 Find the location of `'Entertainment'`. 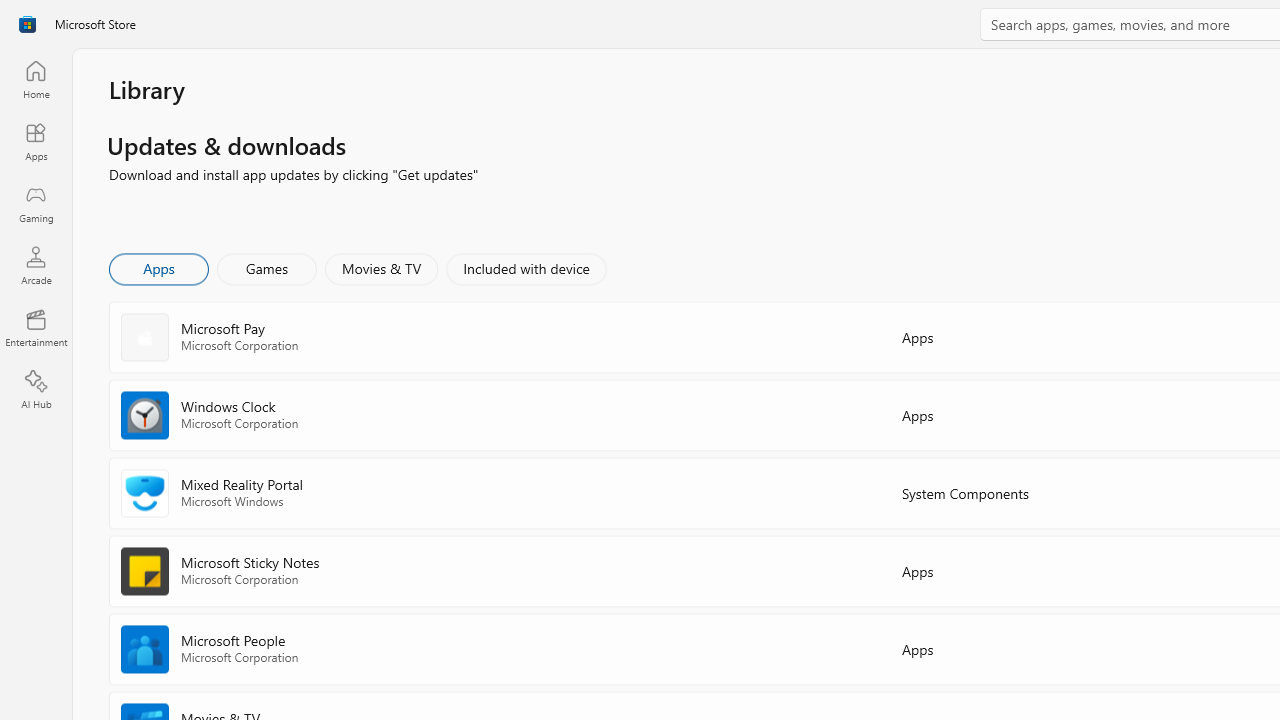

'Entertainment' is located at coordinates (35, 326).